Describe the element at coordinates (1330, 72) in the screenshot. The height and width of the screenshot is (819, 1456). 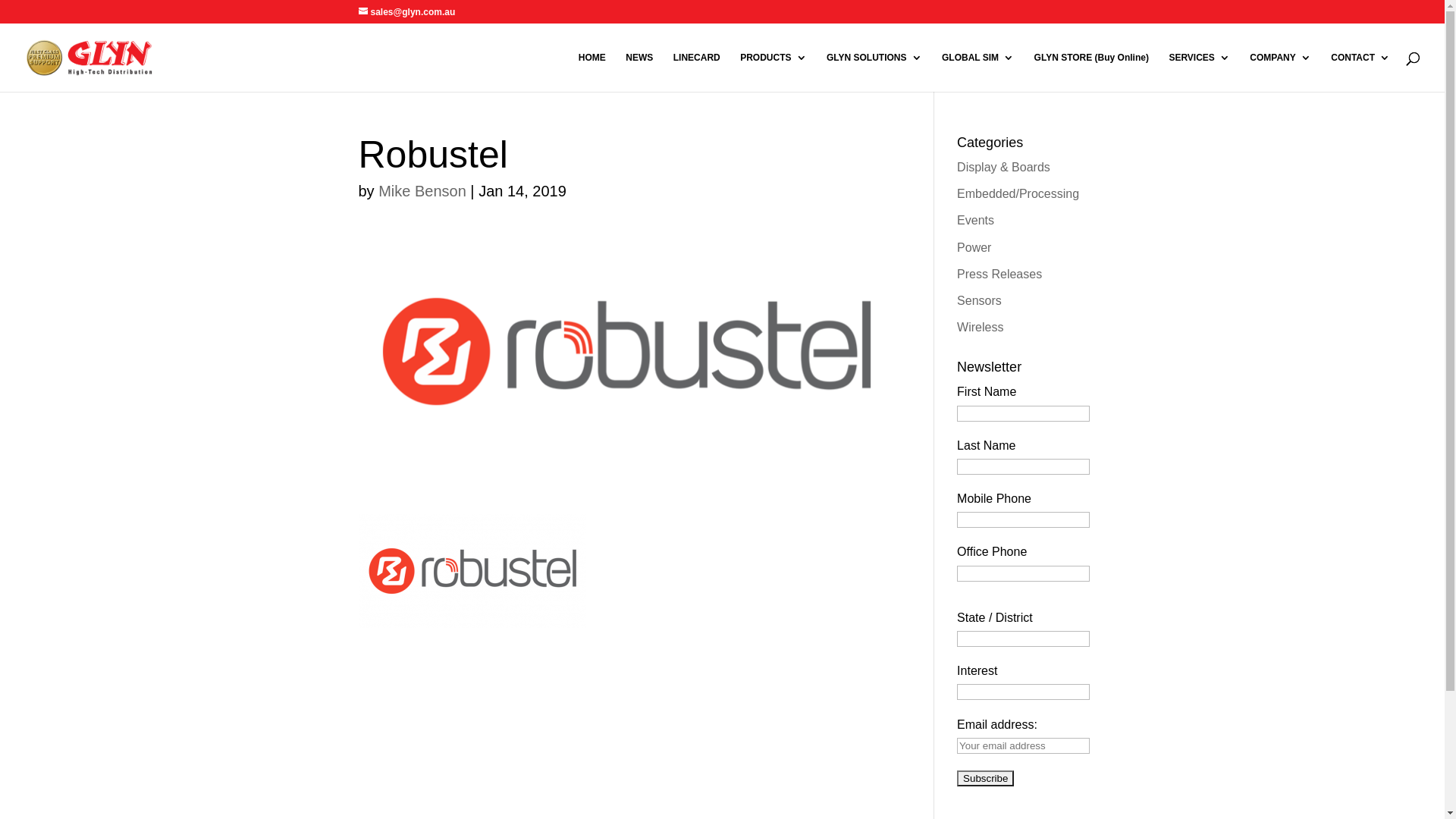
I see `'CONTACT'` at that location.